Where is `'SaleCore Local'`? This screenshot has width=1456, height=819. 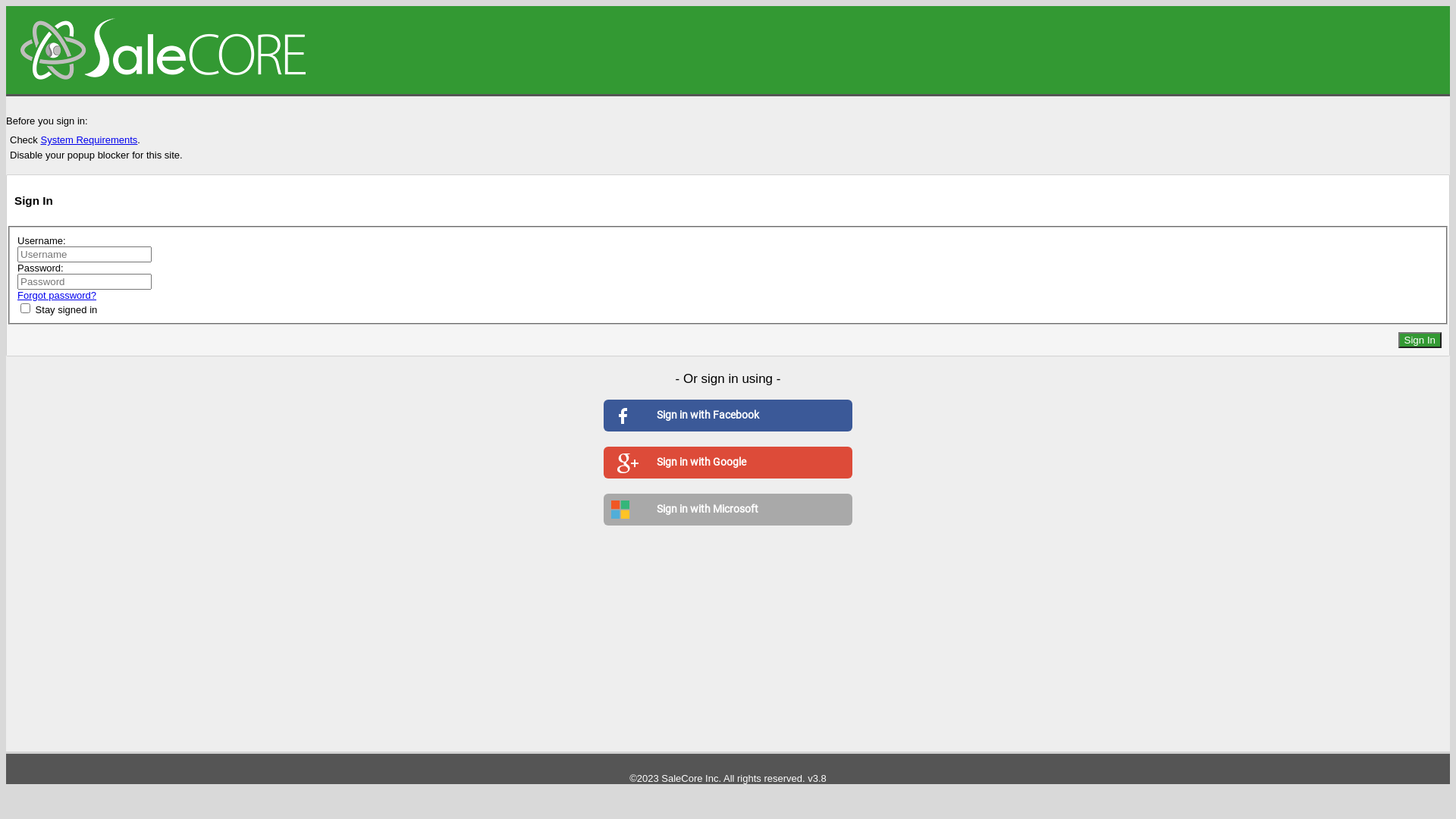 'SaleCore Local' is located at coordinates (165, 49).